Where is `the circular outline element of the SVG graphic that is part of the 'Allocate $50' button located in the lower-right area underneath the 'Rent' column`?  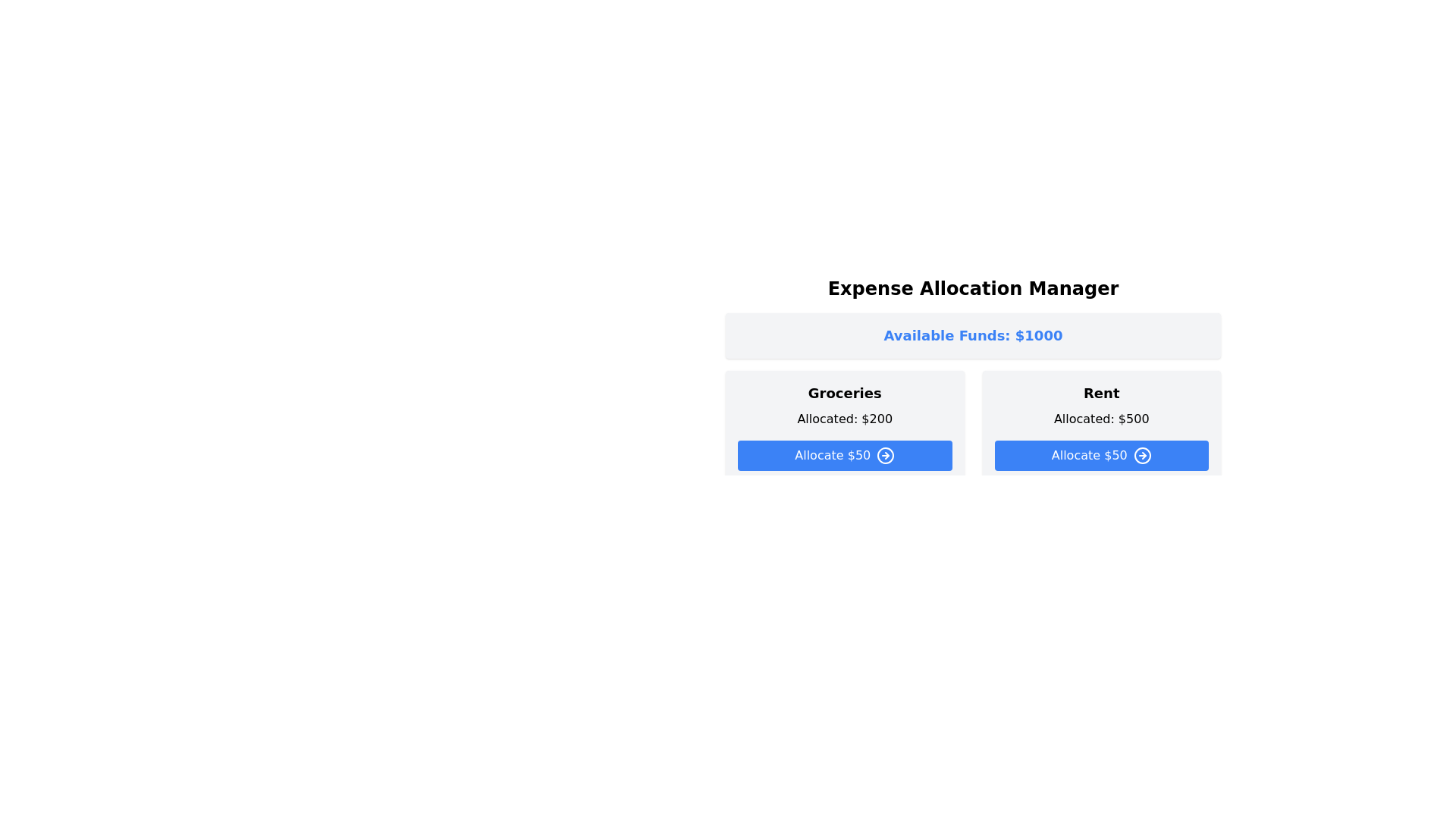 the circular outline element of the SVG graphic that is part of the 'Allocate $50' button located in the lower-right area underneath the 'Rent' column is located at coordinates (886, 585).